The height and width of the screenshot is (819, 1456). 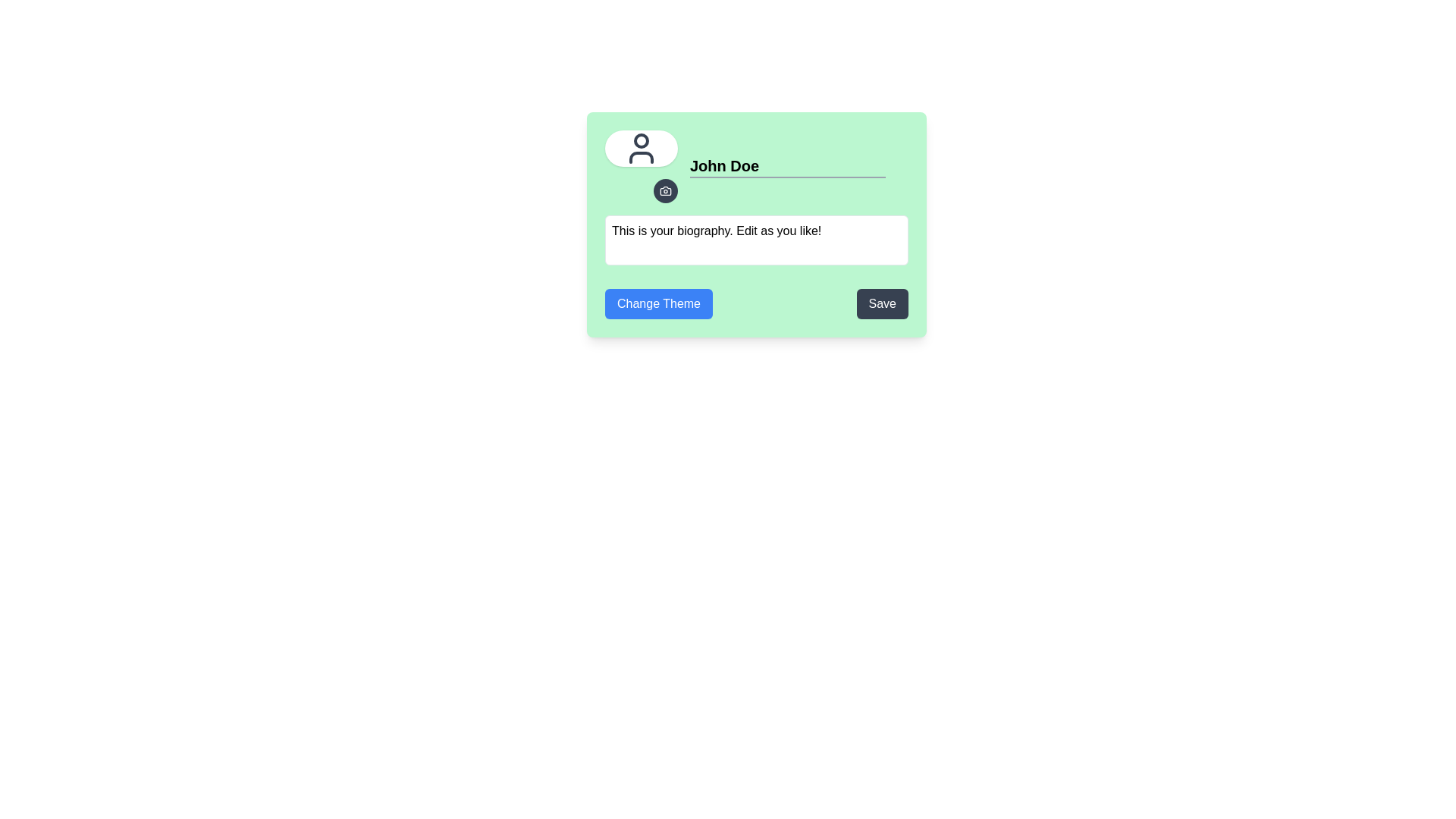 I want to click on the decorative camera icon located below the user avatar icon in the top-left of the card layout, so click(x=666, y=190).